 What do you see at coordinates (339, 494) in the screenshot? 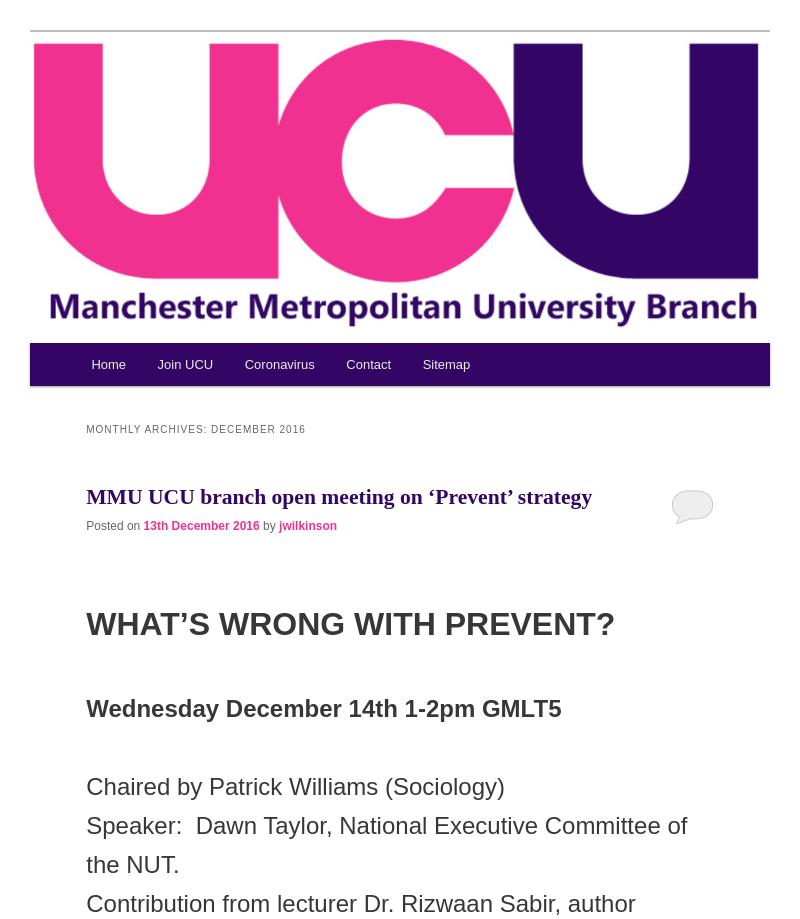
I see `'MMU UCU branch open meeting on ‘Prevent’ strategy'` at bounding box center [339, 494].